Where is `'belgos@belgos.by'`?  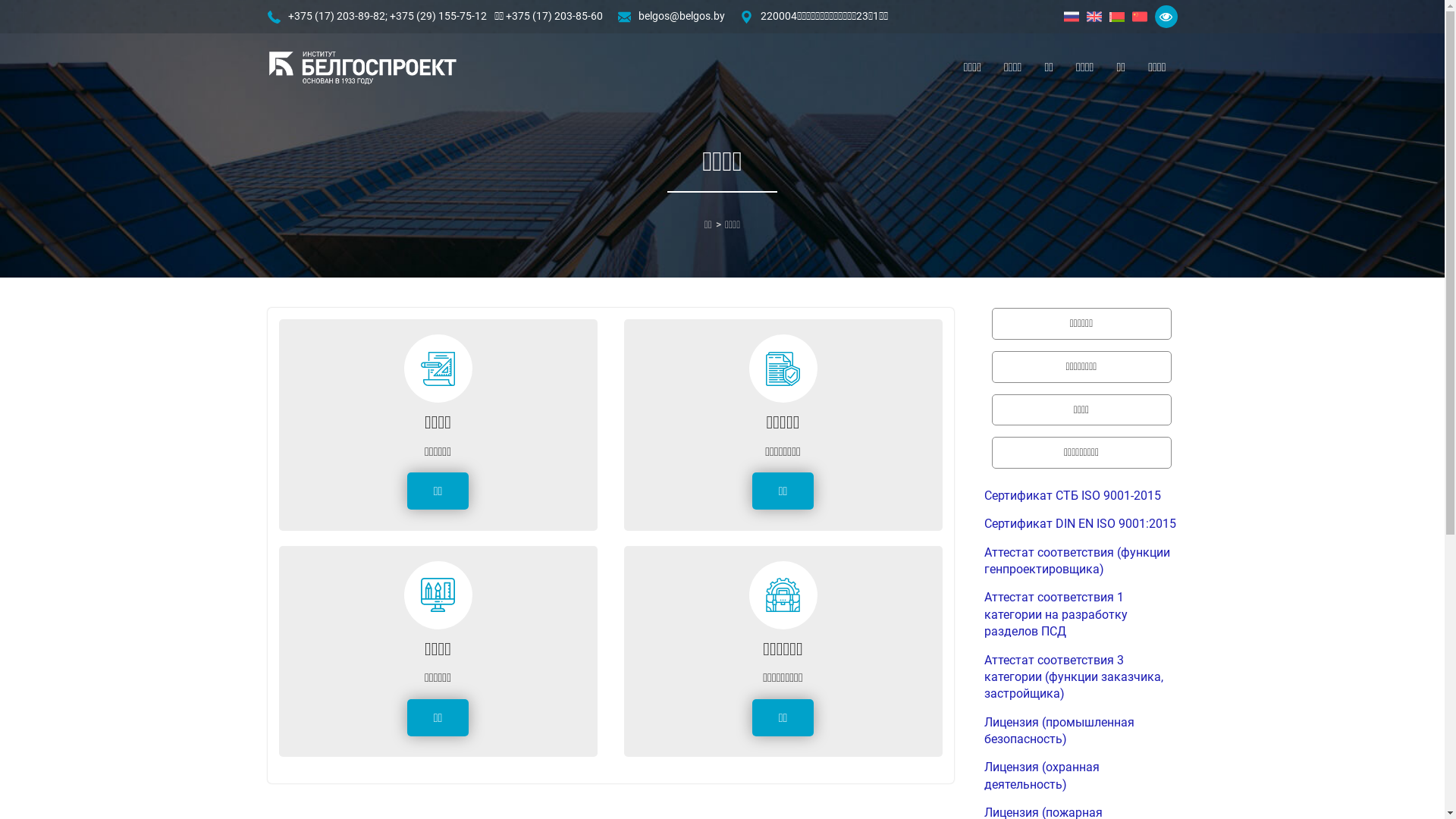
'belgos@belgos.by' is located at coordinates (680, 17).